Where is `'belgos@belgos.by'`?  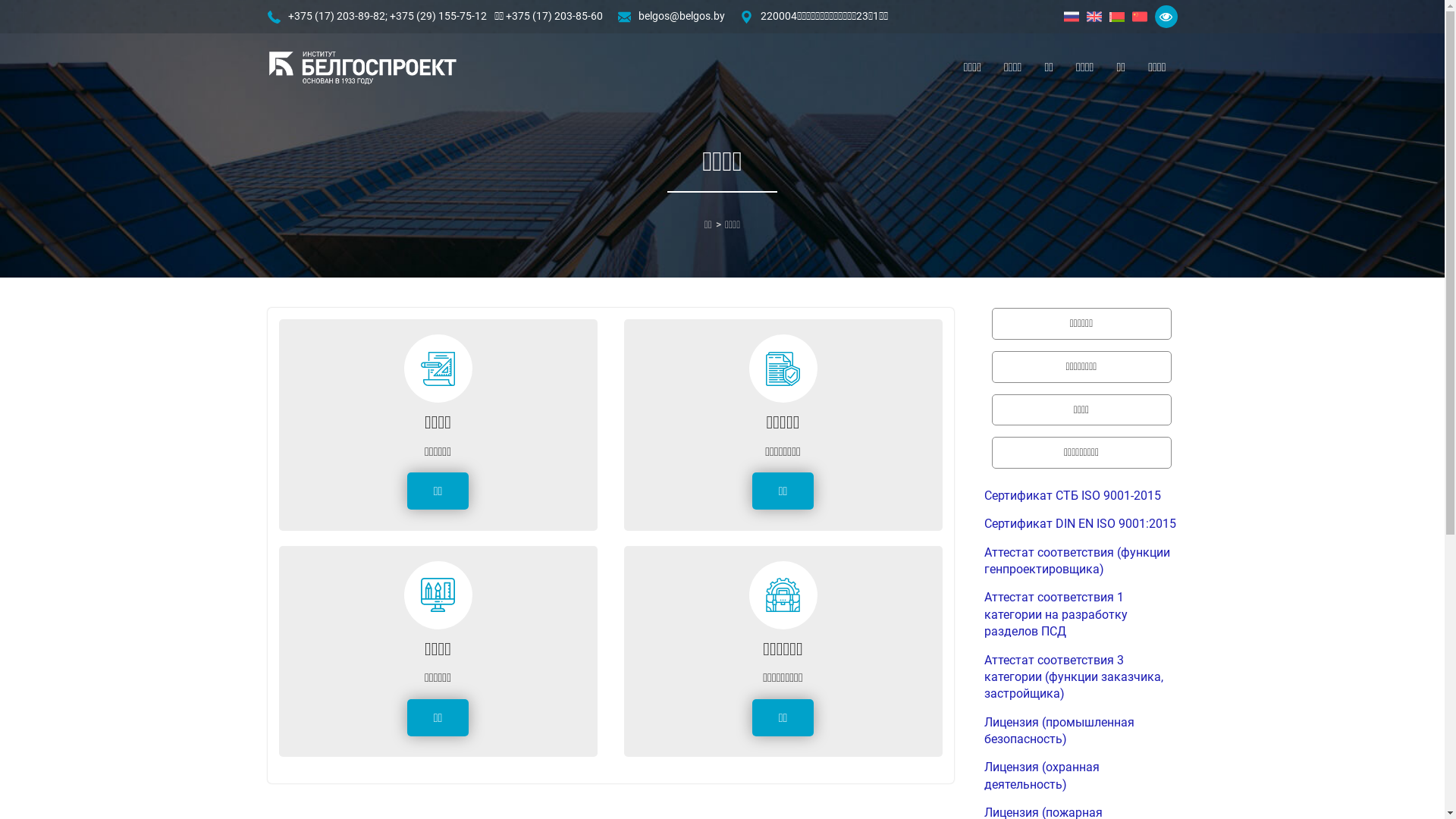
'belgos@belgos.by' is located at coordinates (680, 17).